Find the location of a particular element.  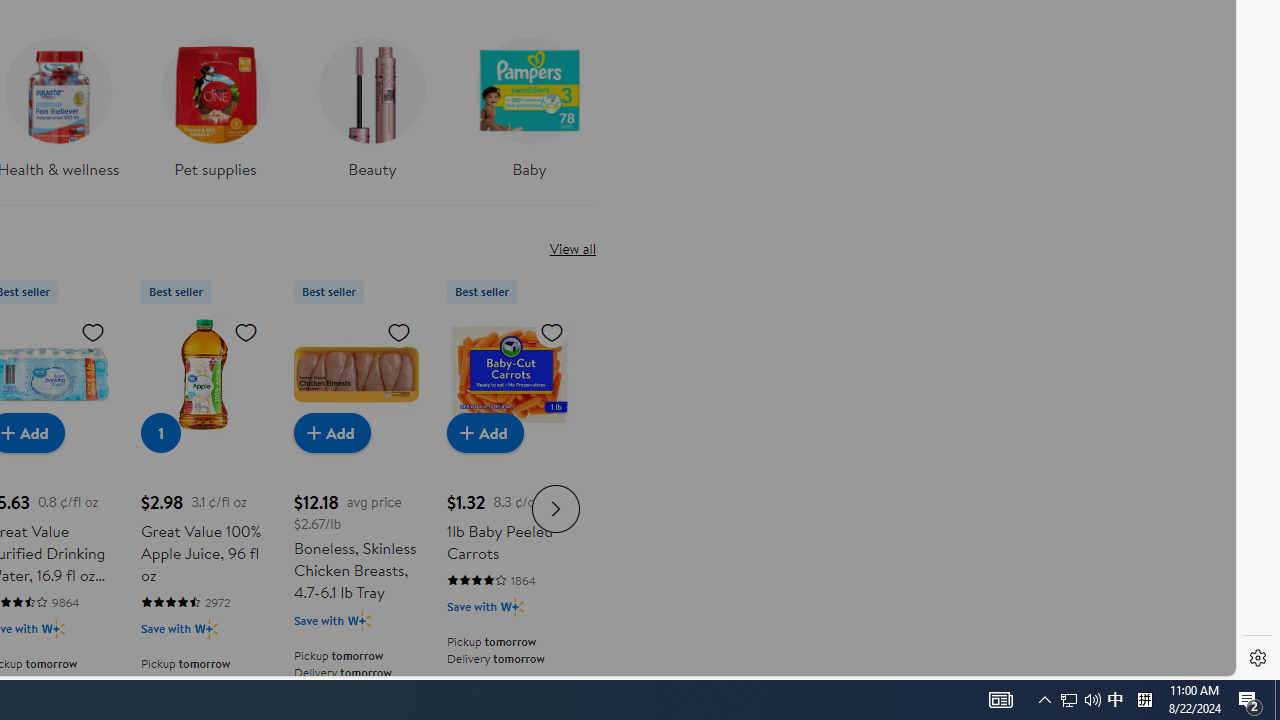

'Pet supplies' is located at coordinates (215, 114).